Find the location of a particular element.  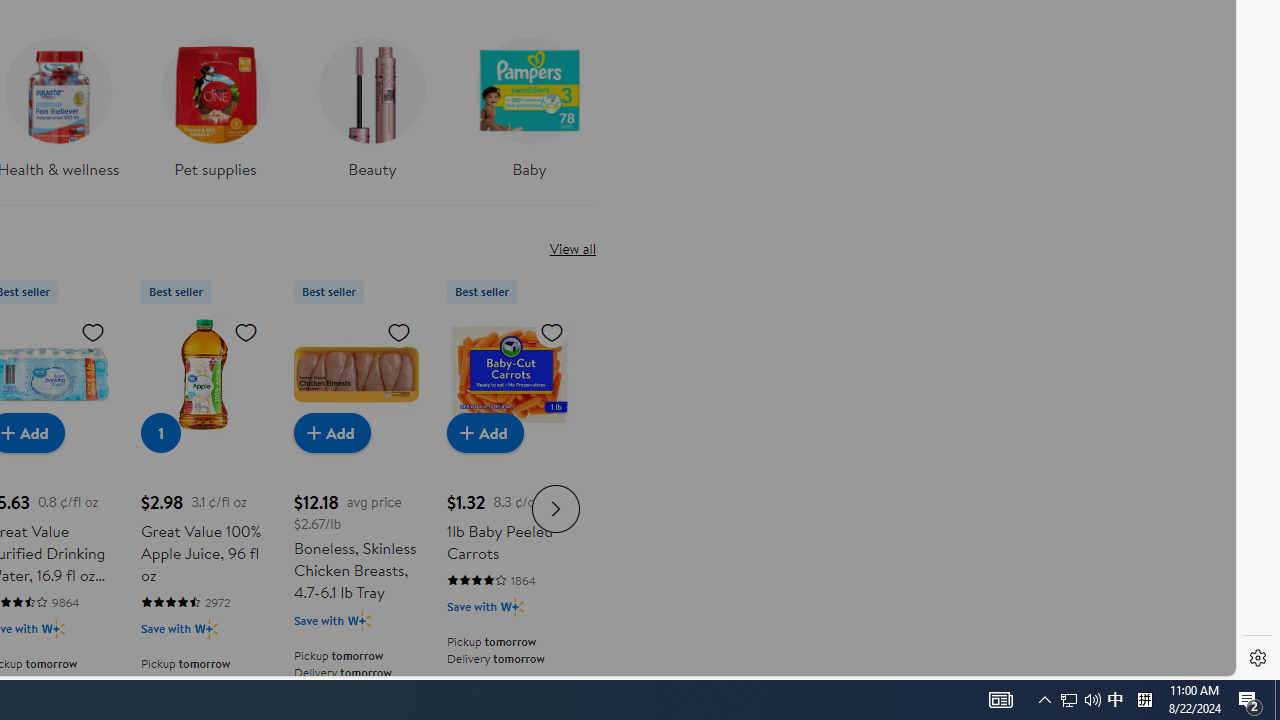

'Pet supplies' is located at coordinates (215, 114).